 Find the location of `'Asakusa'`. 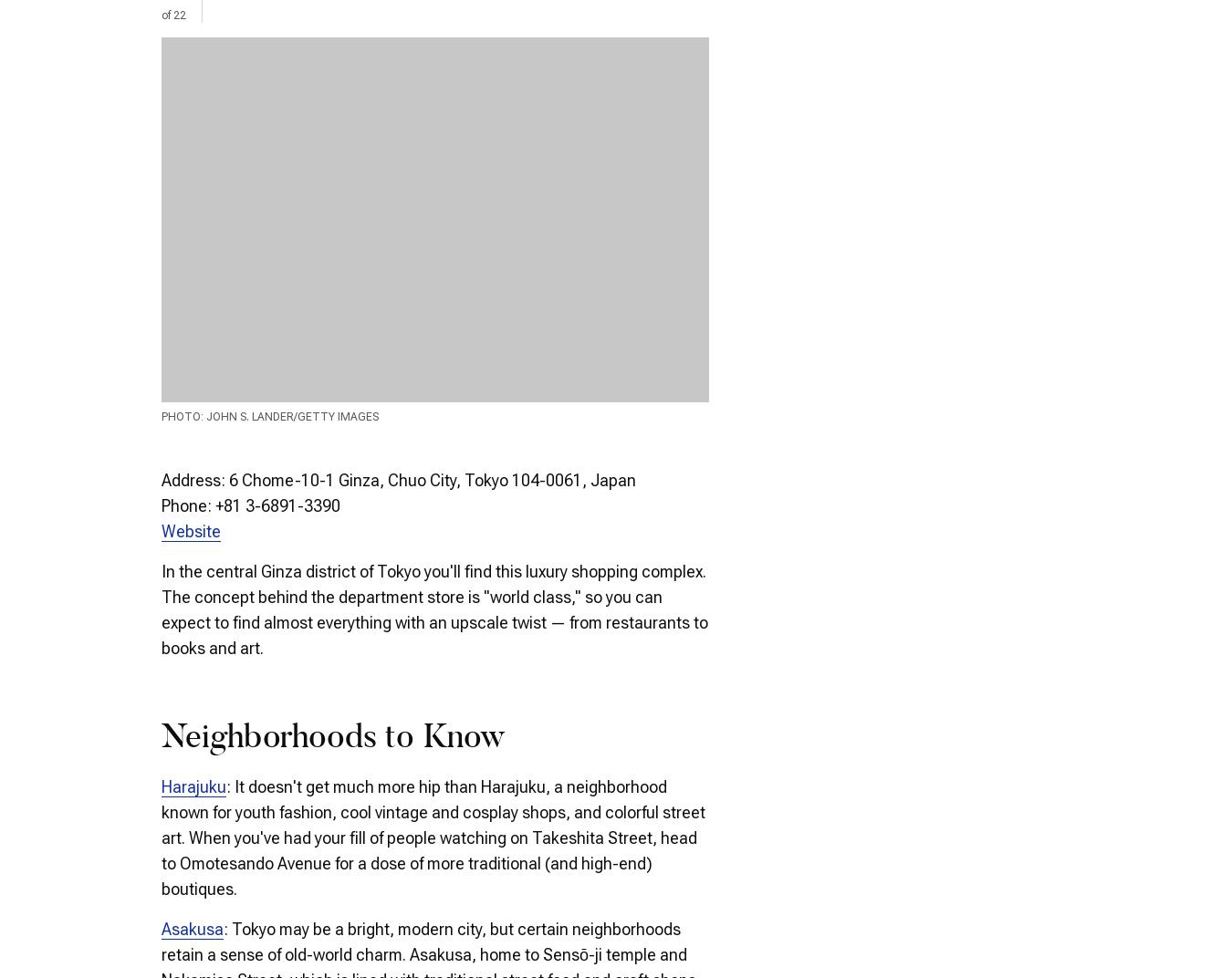

'Asakusa' is located at coordinates (193, 928).